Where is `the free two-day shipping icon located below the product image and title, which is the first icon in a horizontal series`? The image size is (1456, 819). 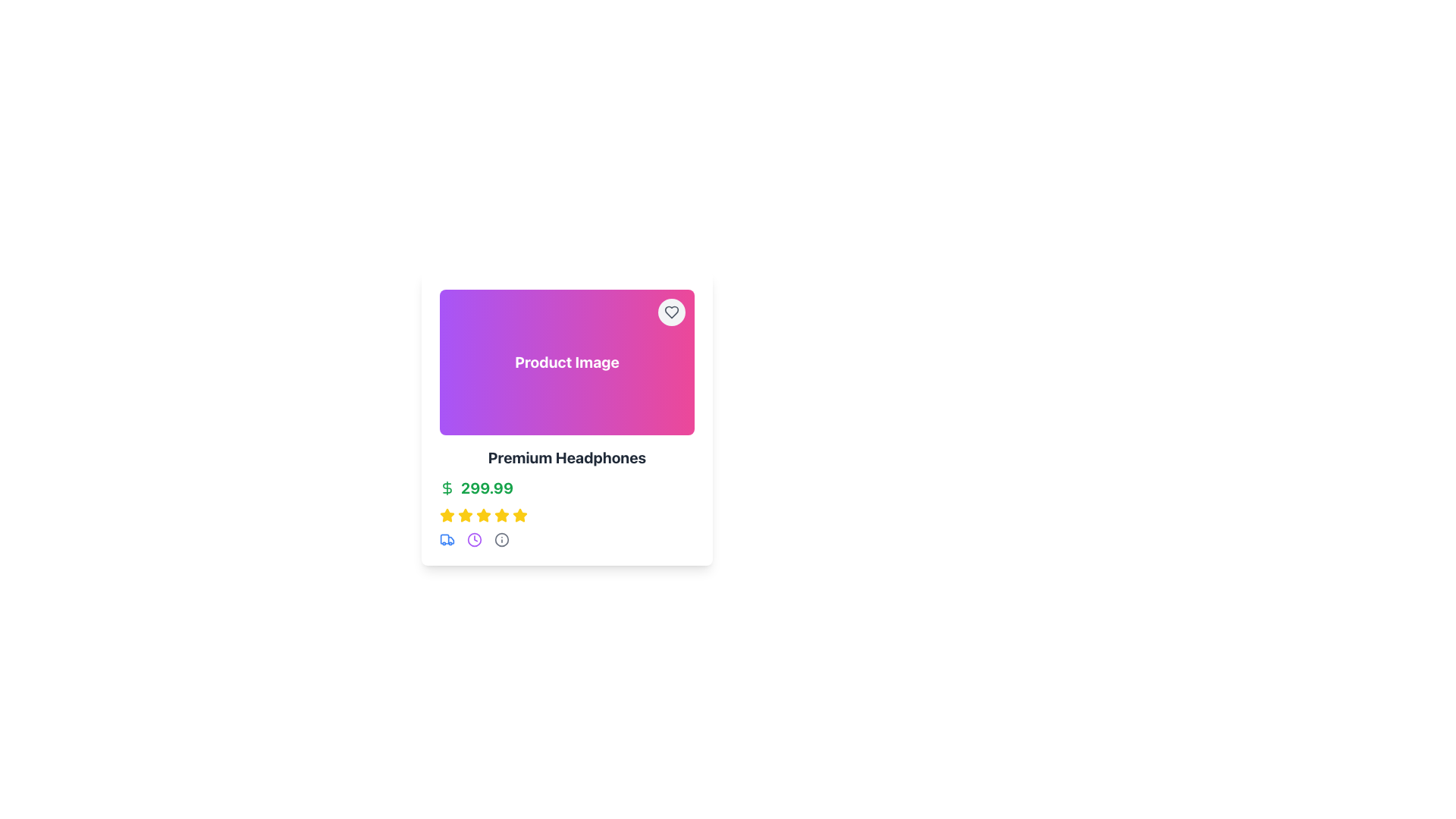 the free two-day shipping icon located below the product image and title, which is the first icon in a horizontal series is located at coordinates (447, 539).